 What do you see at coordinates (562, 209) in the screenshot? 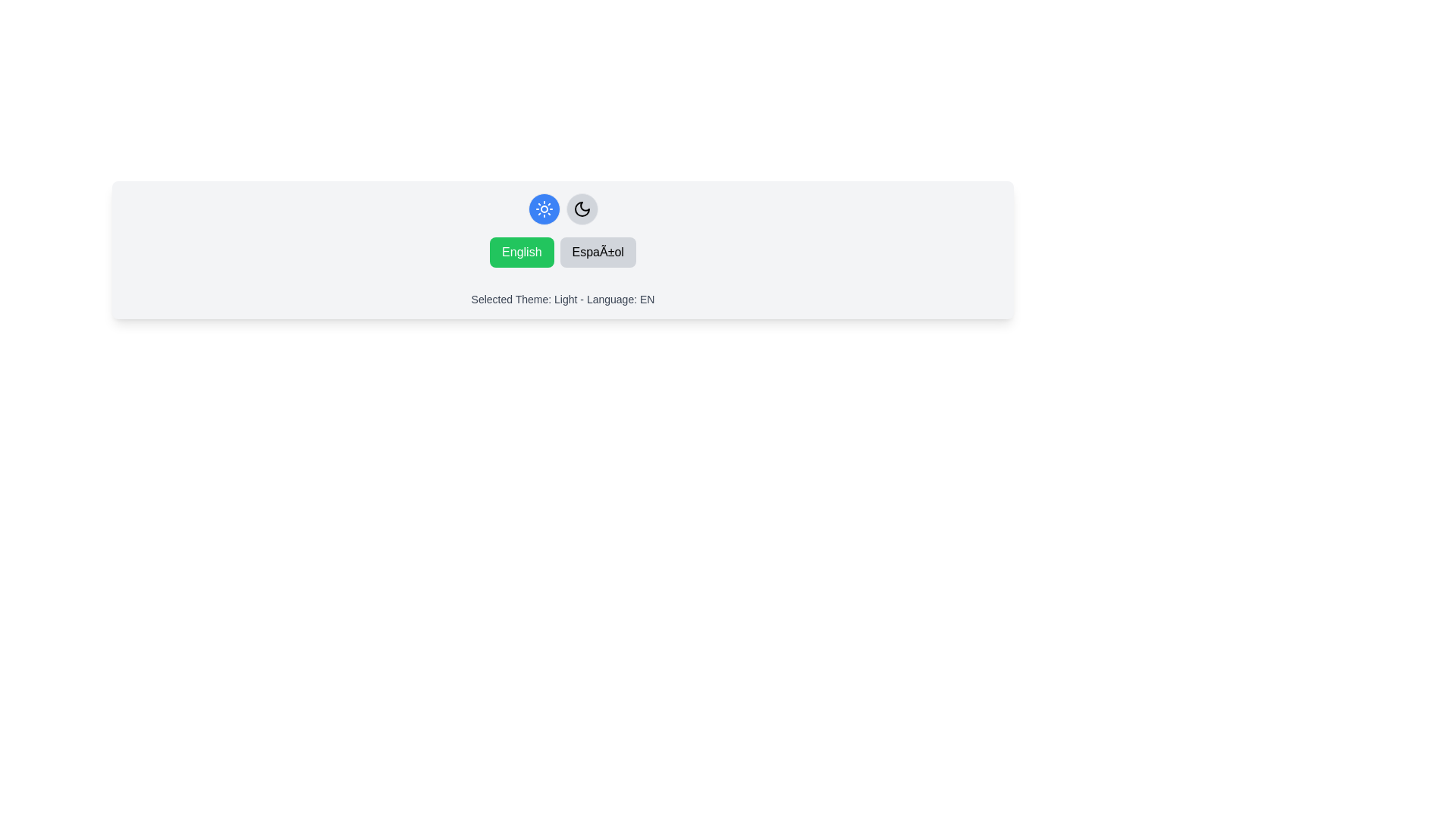
I see `the sun icon on the toggle switch for theme selection` at bounding box center [562, 209].